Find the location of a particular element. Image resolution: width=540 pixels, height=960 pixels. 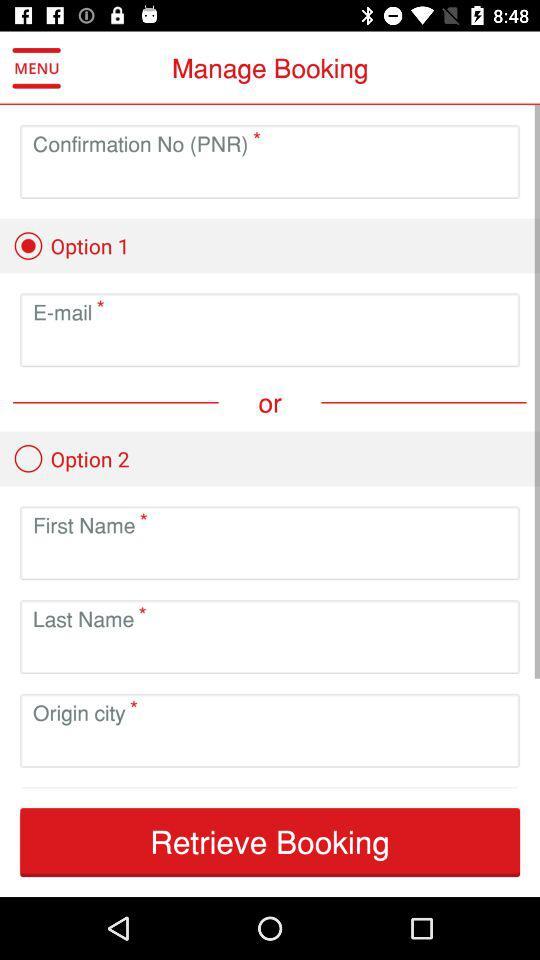

the retrieve booking icon is located at coordinates (270, 841).